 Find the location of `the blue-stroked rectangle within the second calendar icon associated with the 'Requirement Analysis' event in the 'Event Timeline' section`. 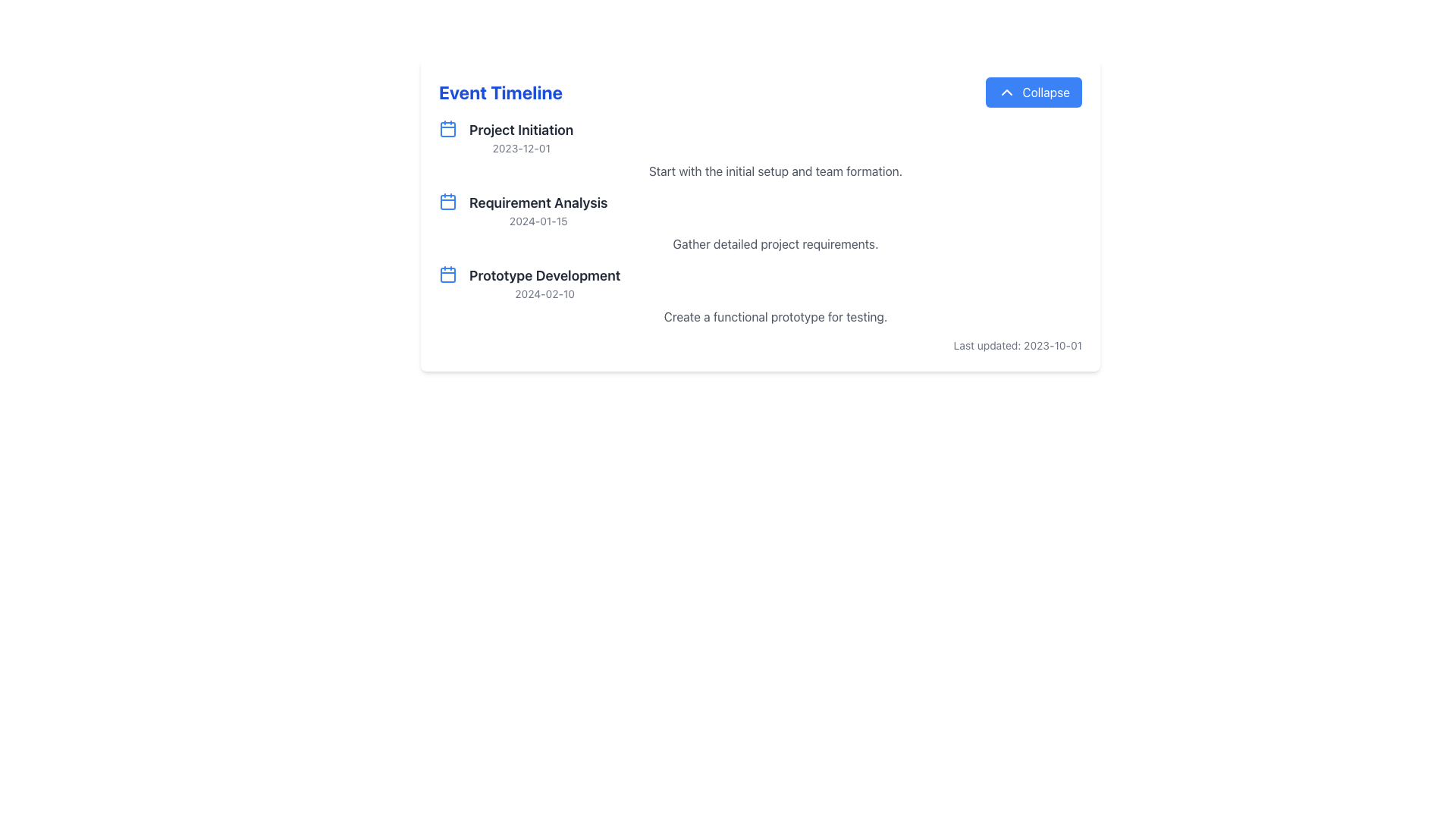

the blue-stroked rectangle within the second calendar icon associated with the 'Requirement Analysis' event in the 'Event Timeline' section is located at coordinates (447, 201).